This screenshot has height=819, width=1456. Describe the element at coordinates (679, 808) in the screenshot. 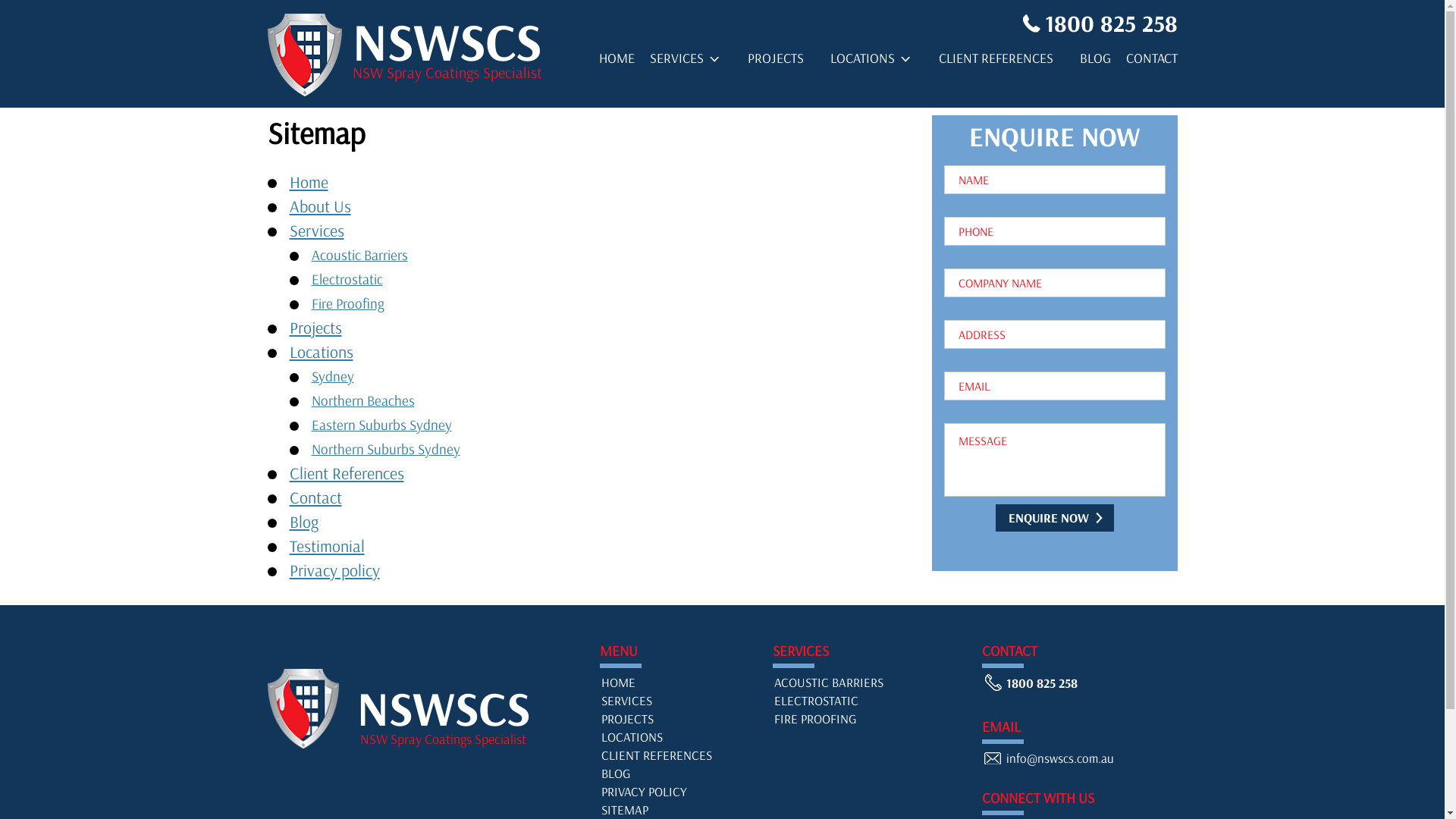

I see `'SITEMAP'` at that location.